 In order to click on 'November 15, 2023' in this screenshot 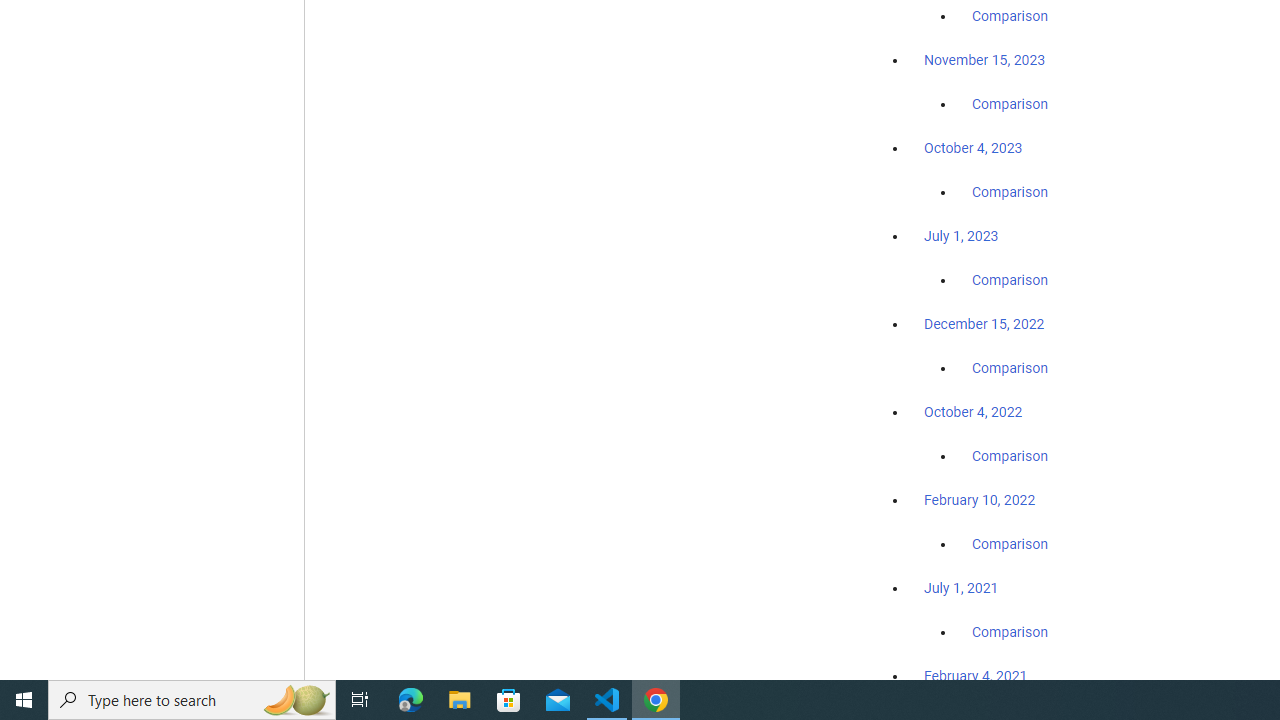, I will do `click(984, 59)`.